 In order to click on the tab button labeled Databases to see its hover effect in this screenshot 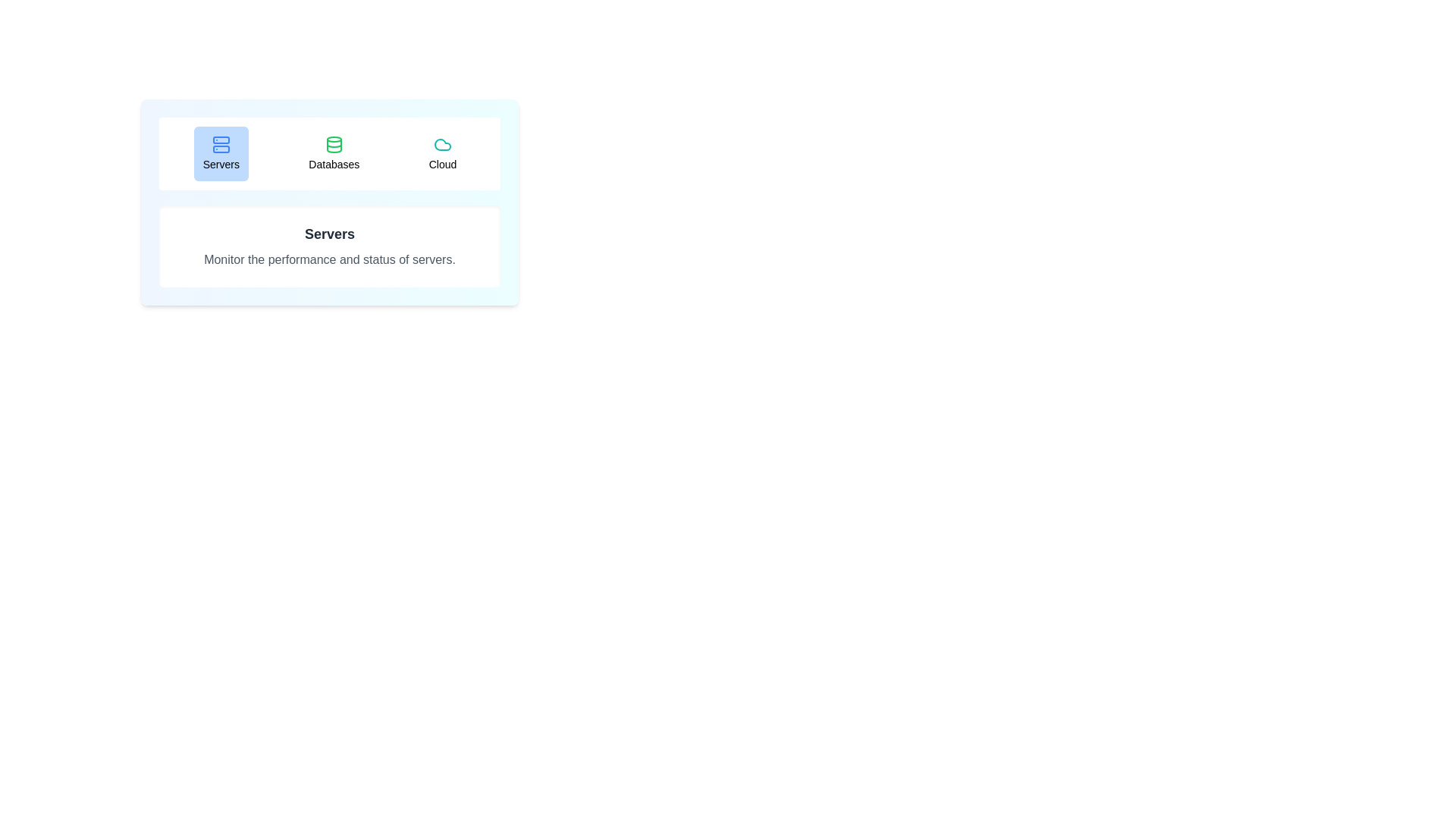, I will do `click(333, 154)`.